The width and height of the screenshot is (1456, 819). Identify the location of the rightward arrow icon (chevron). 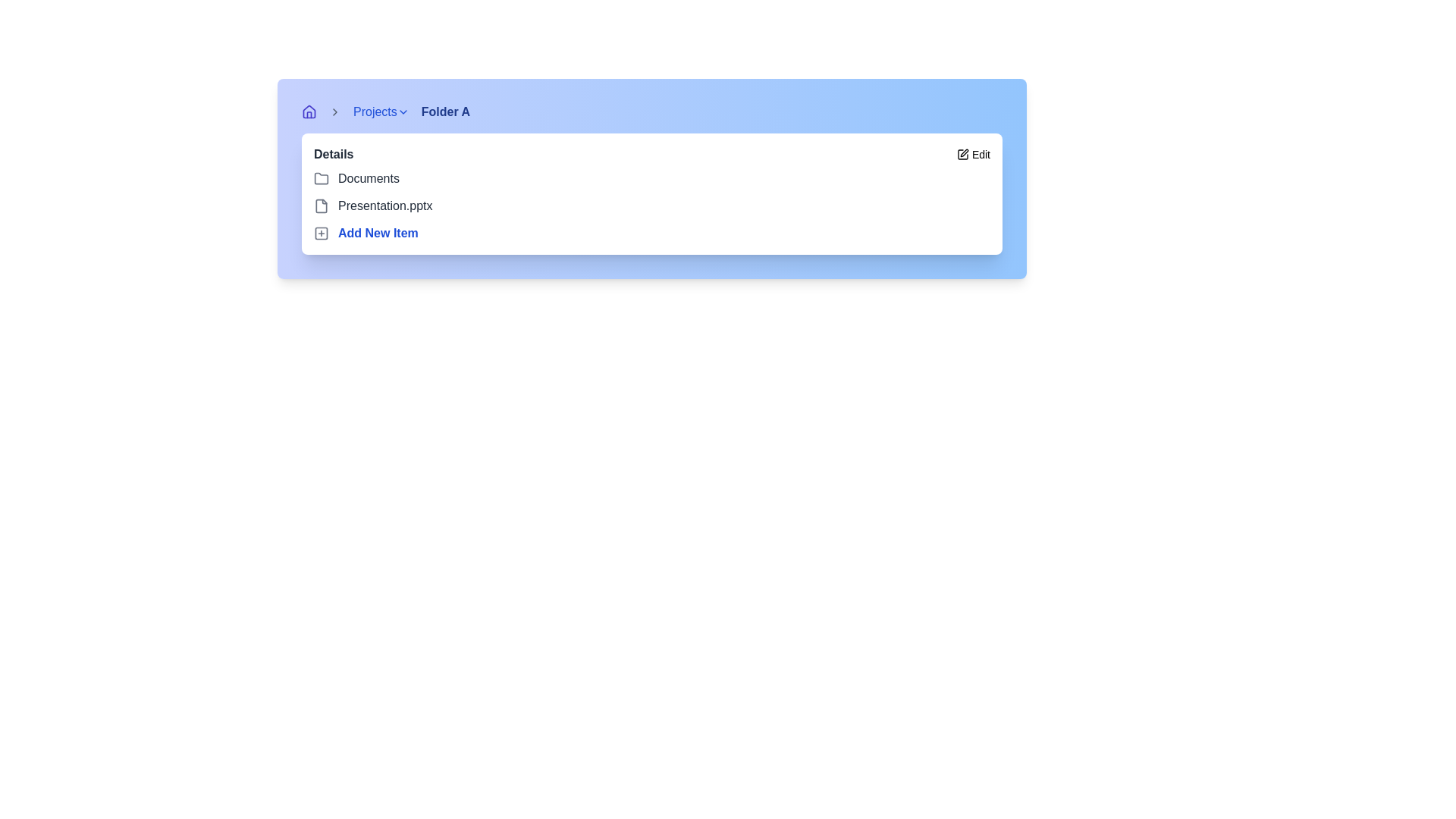
(403, 111).